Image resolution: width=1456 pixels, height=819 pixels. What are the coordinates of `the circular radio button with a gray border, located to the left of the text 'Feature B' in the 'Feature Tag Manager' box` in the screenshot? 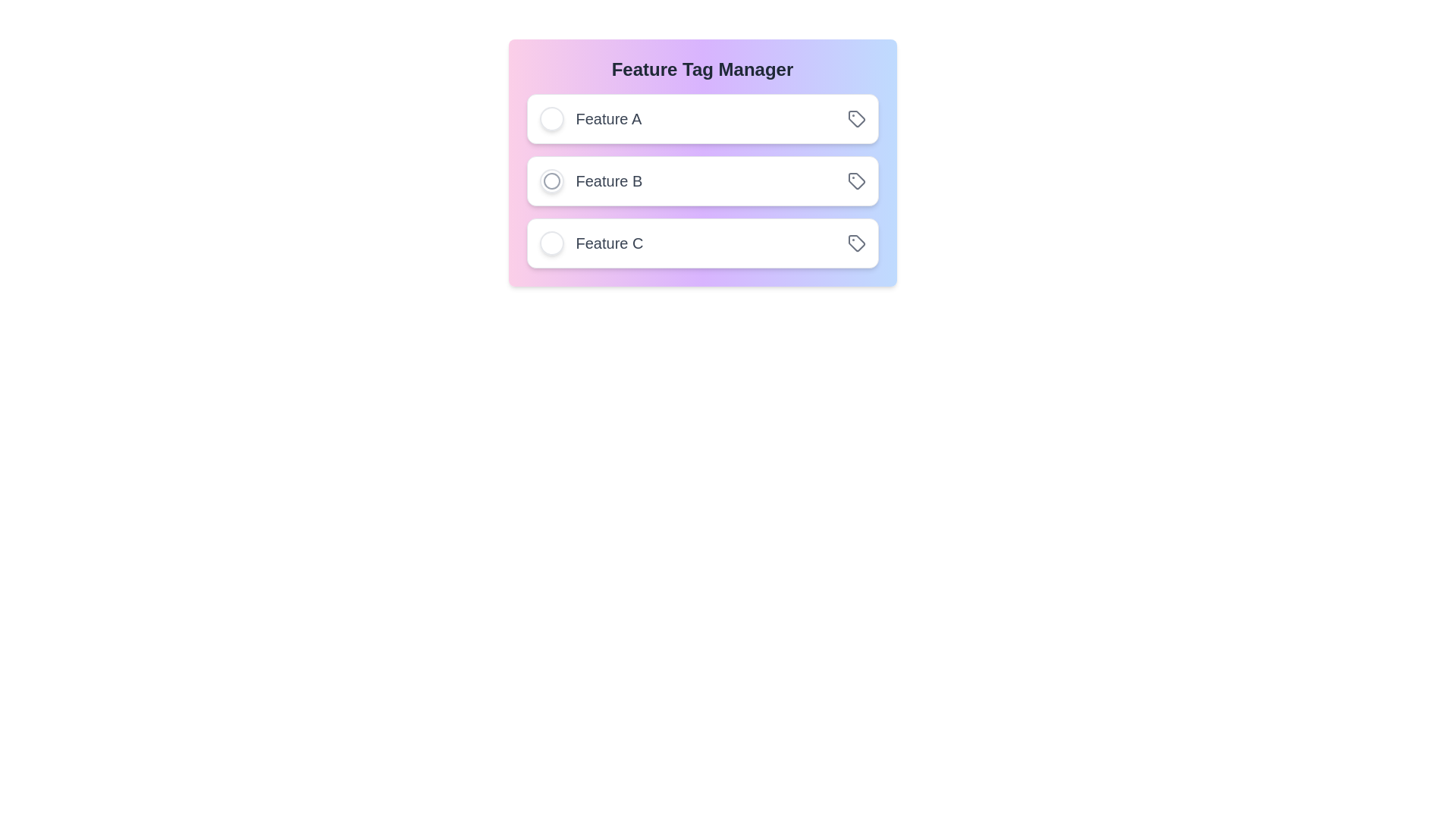 It's located at (551, 180).